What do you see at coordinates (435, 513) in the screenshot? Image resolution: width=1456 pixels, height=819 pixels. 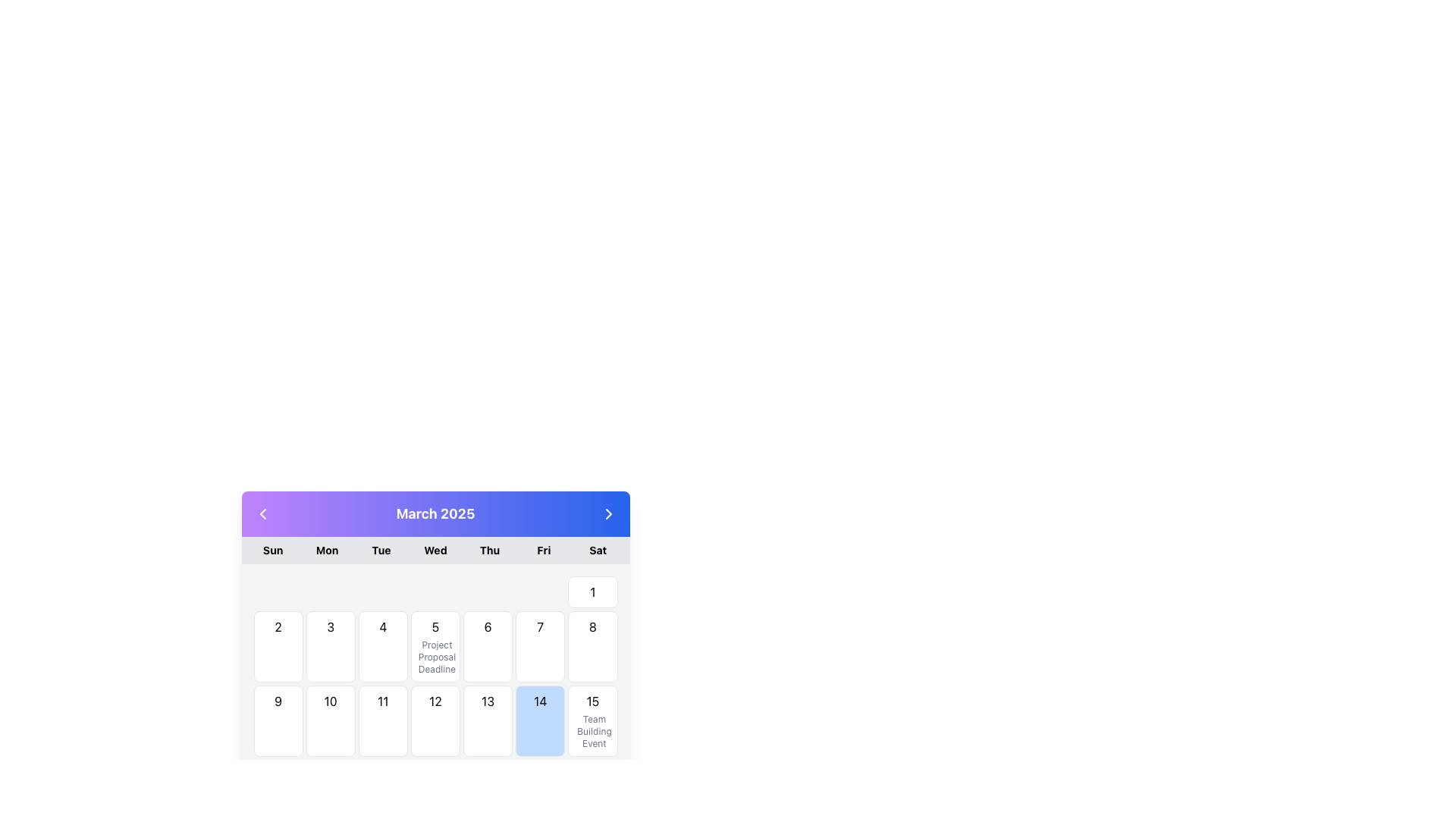 I see `displayed month and year from the Calendar Header located at the top of the calendar interface, which includes navigation chevrons for previous and next months` at bounding box center [435, 513].